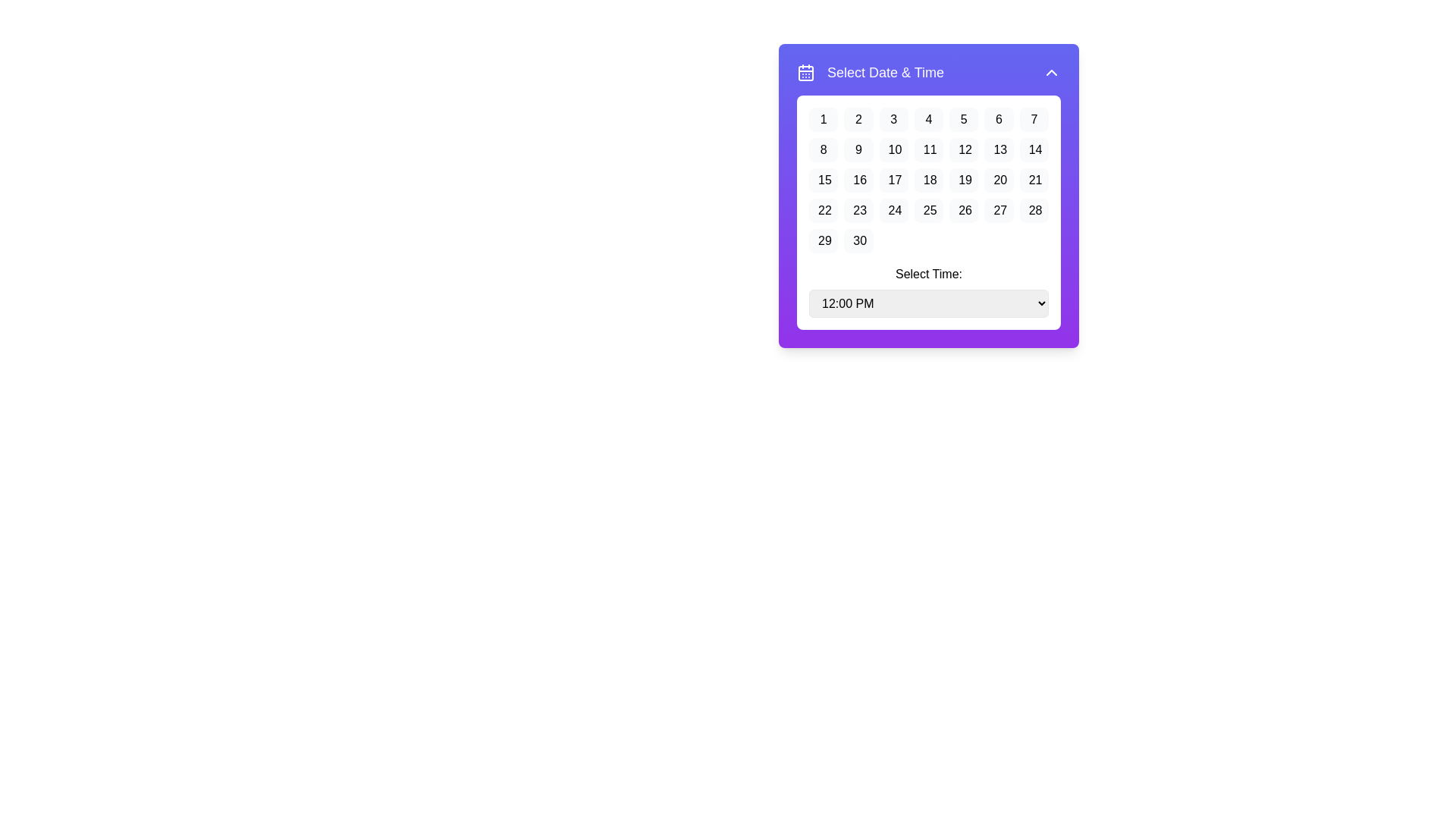 This screenshot has height=819, width=1456. Describe the element at coordinates (870, 73) in the screenshot. I see `displayed text 'Select Date & Time' and the calendar icon from the Label element located at the top-left corner of the purple box` at that location.